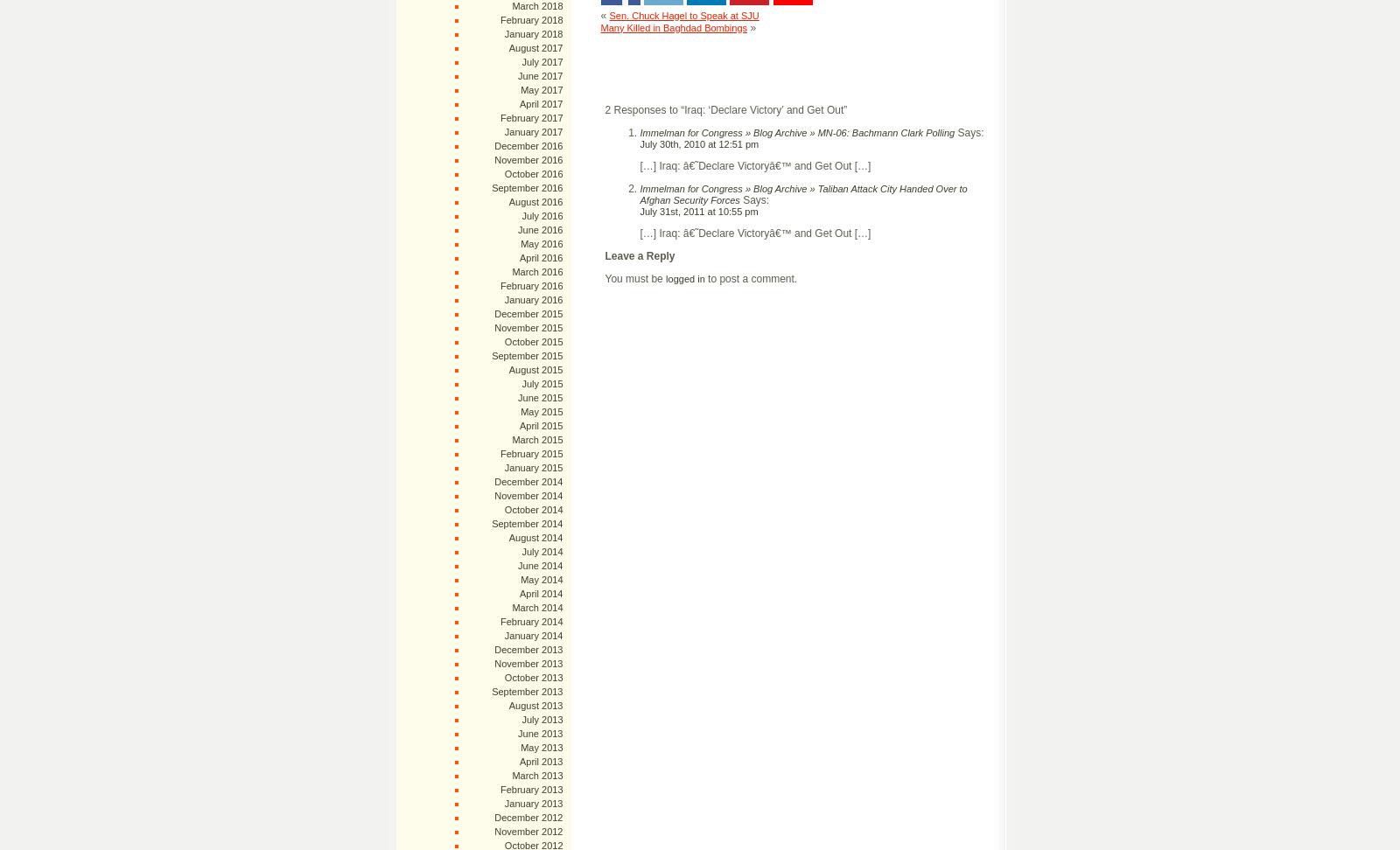 This screenshot has width=1400, height=850. I want to click on 'April 2014', so click(540, 593).